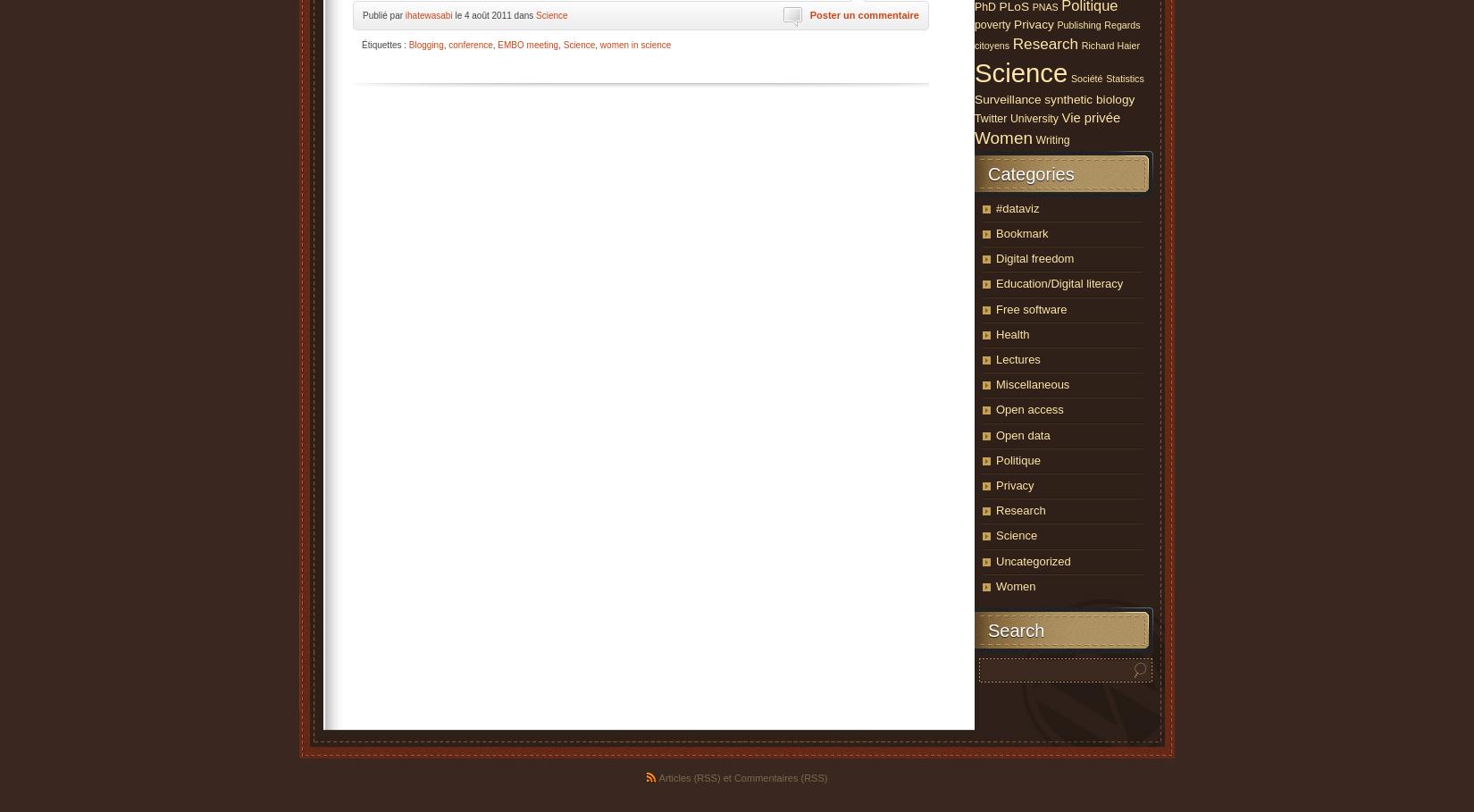 This screenshot has width=1474, height=812. What do you see at coordinates (1007, 99) in the screenshot?
I see `'Surveillance'` at bounding box center [1007, 99].